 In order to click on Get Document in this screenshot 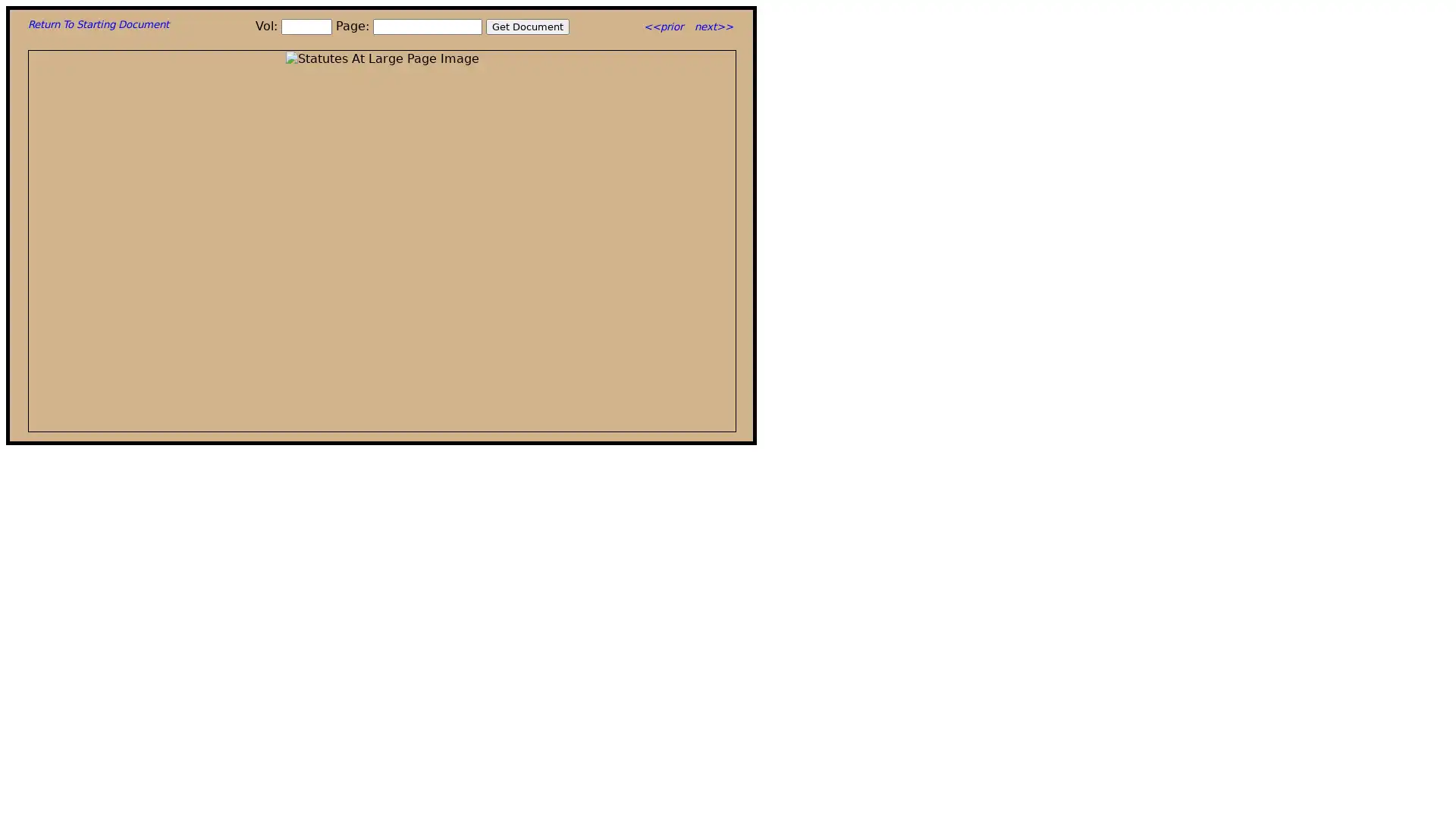, I will do `click(528, 27)`.